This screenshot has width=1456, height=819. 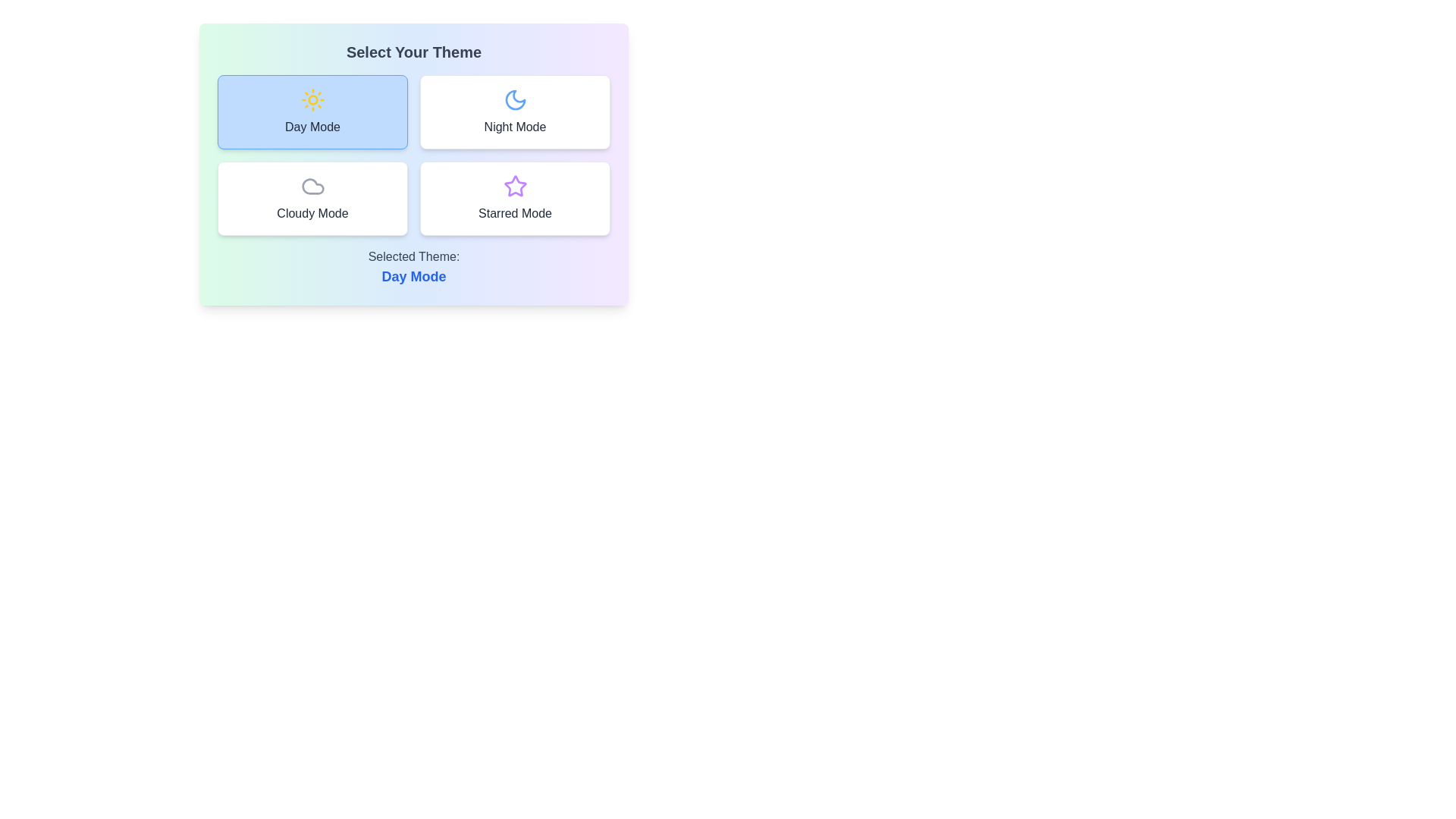 What do you see at coordinates (312, 111) in the screenshot?
I see `the button corresponding to Day Mode theme to observe its hover effect` at bounding box center [312, 111].